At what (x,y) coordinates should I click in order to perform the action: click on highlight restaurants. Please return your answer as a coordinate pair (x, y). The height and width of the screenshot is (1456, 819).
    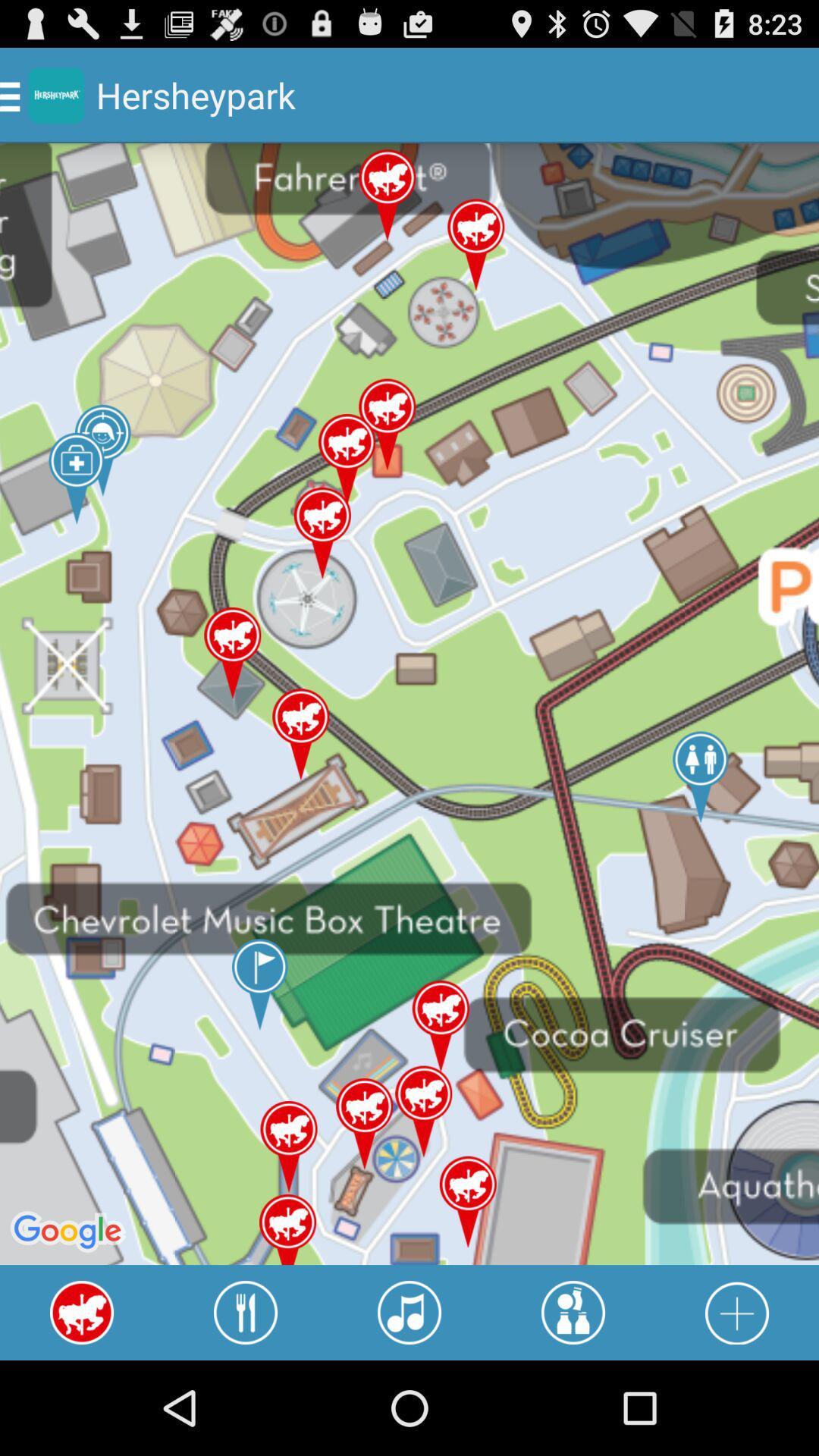
    Looking at the image, I should click on (245, 1312).